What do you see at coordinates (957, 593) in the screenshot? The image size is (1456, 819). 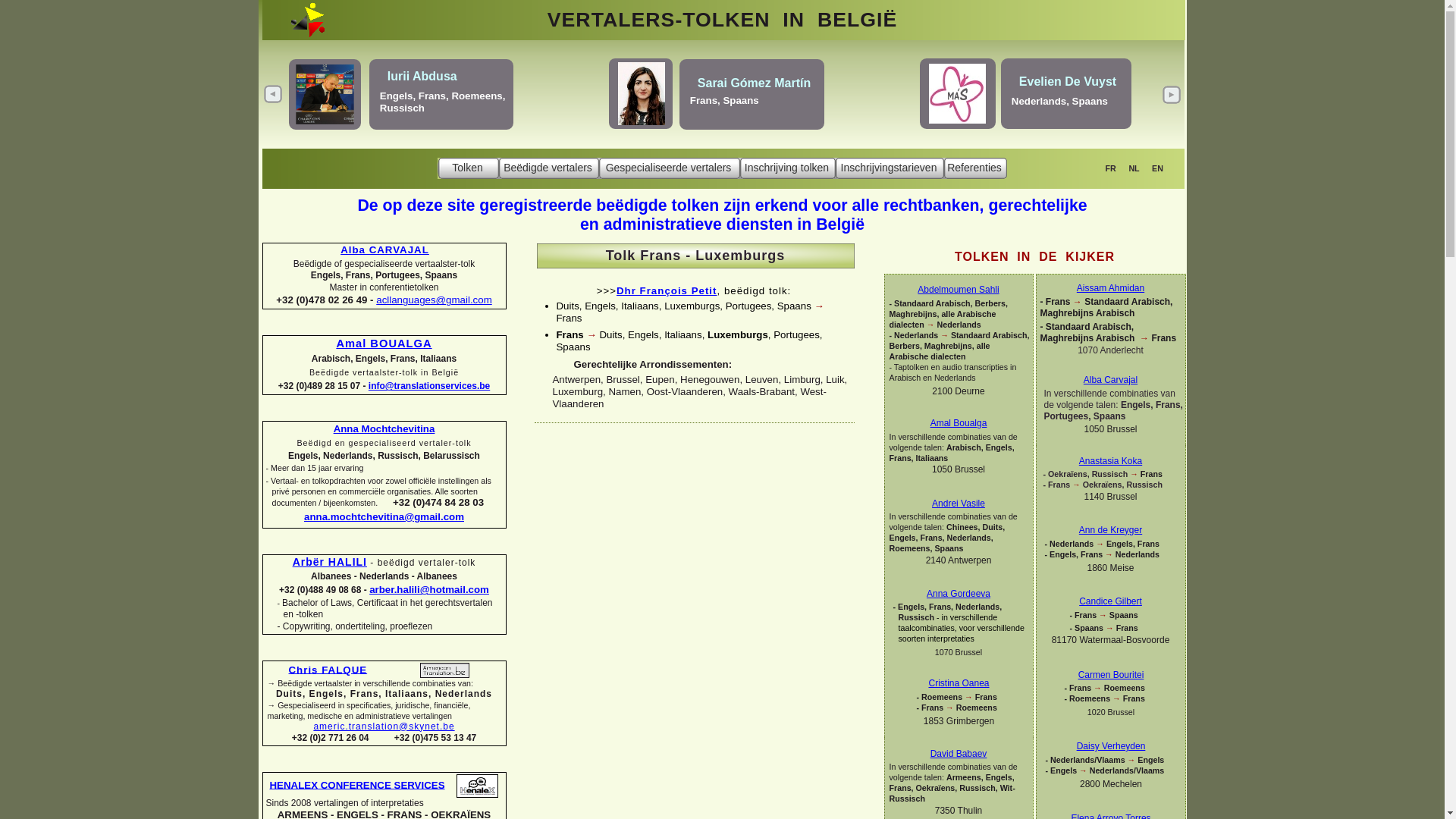 I see `'Anna Gordeeva'` at bounding box center [957, 593].